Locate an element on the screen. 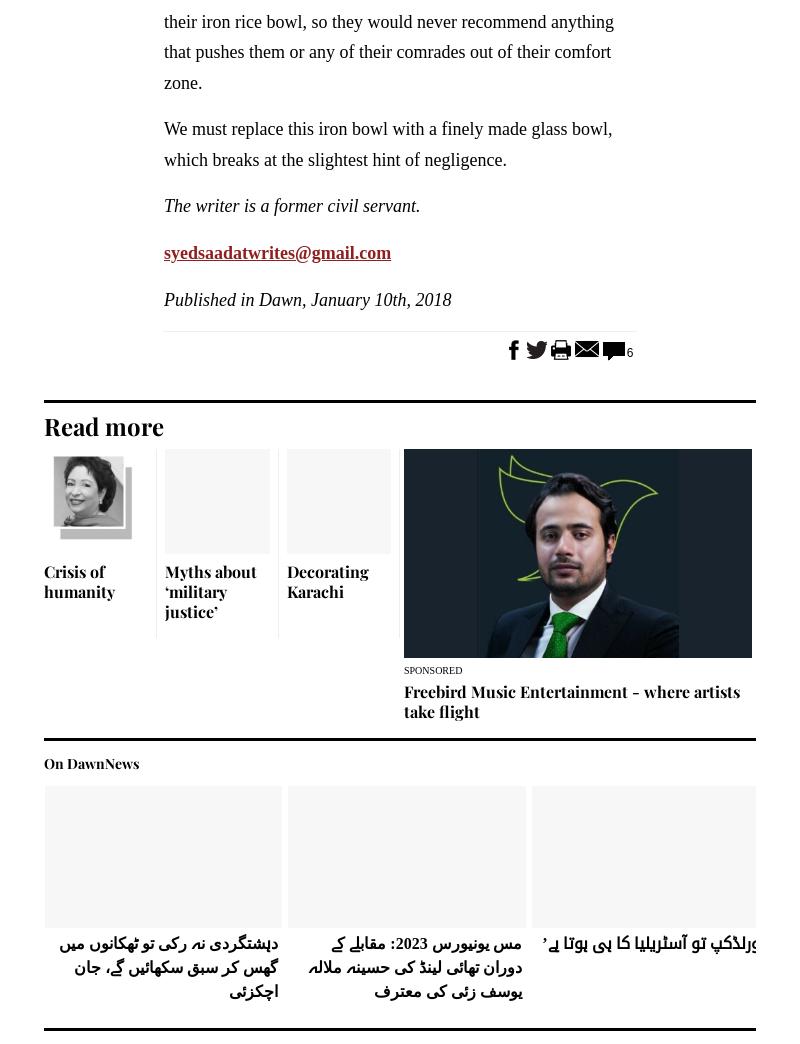 Image resolution: width=800 pixels, height=1044 pixels. '6' is located at coordinates (629, 352).